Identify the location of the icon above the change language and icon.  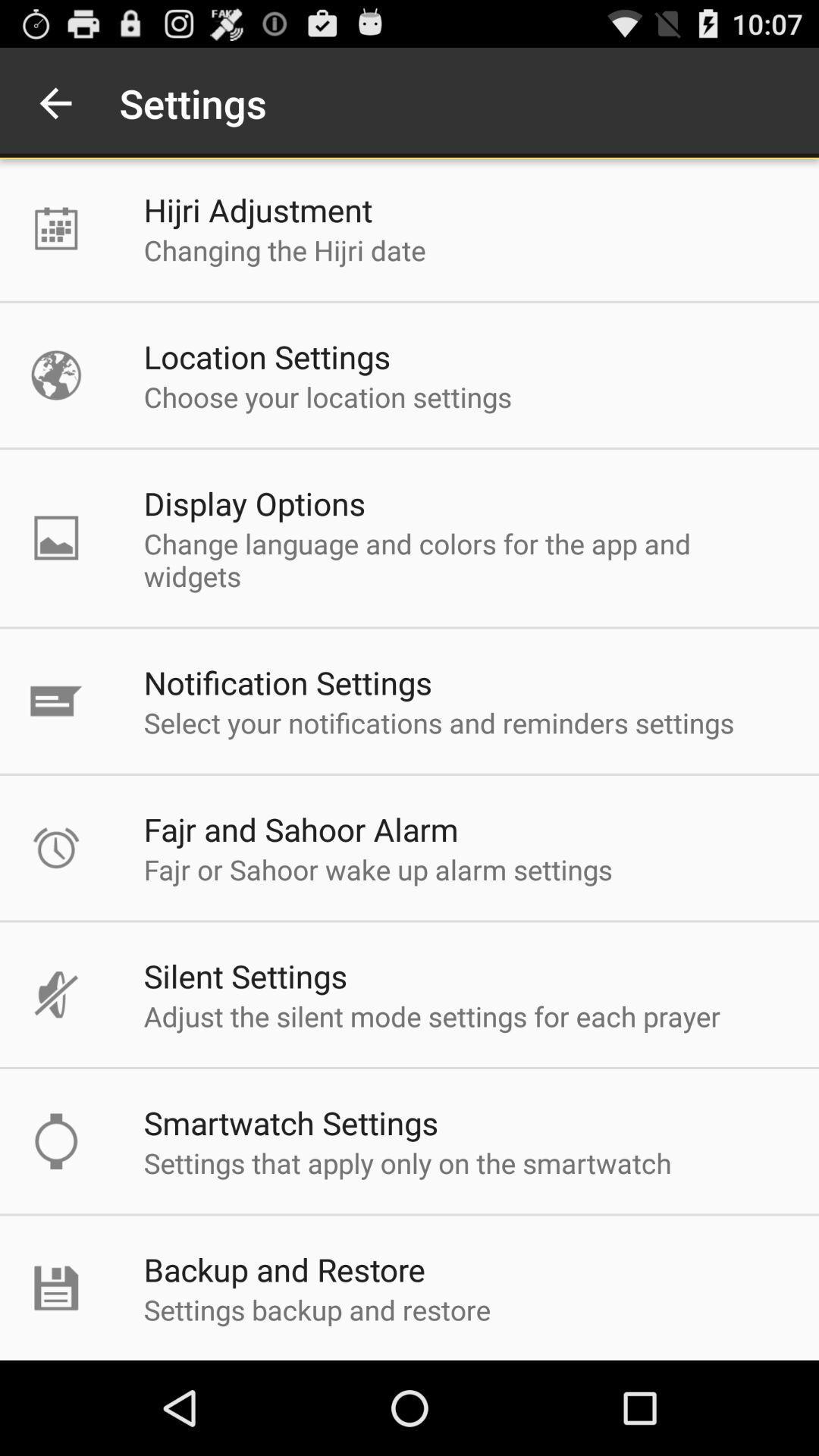
(253, 503).